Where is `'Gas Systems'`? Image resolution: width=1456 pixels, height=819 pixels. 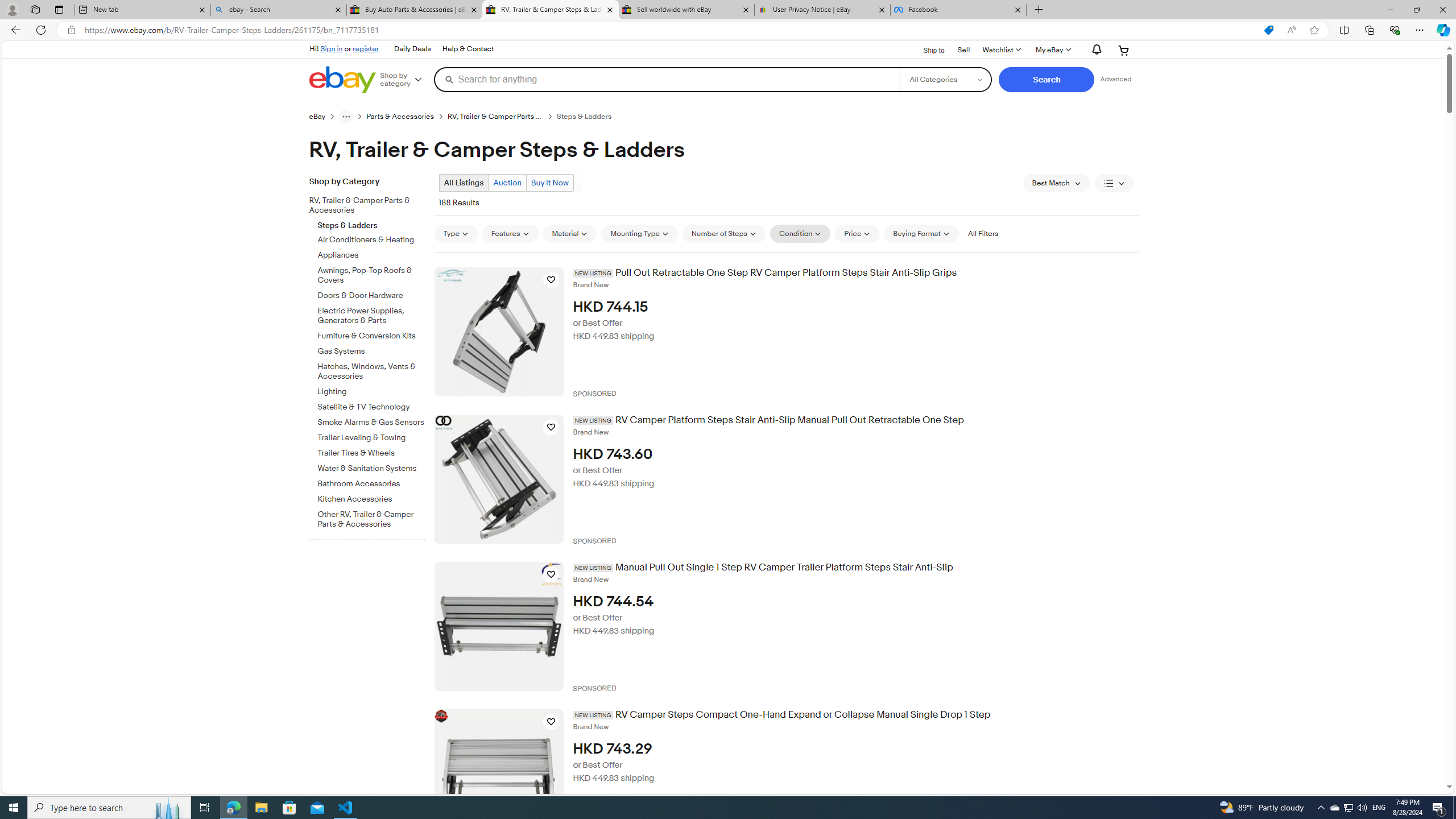 'Gas Systems' is located at coordinates (371, 351).